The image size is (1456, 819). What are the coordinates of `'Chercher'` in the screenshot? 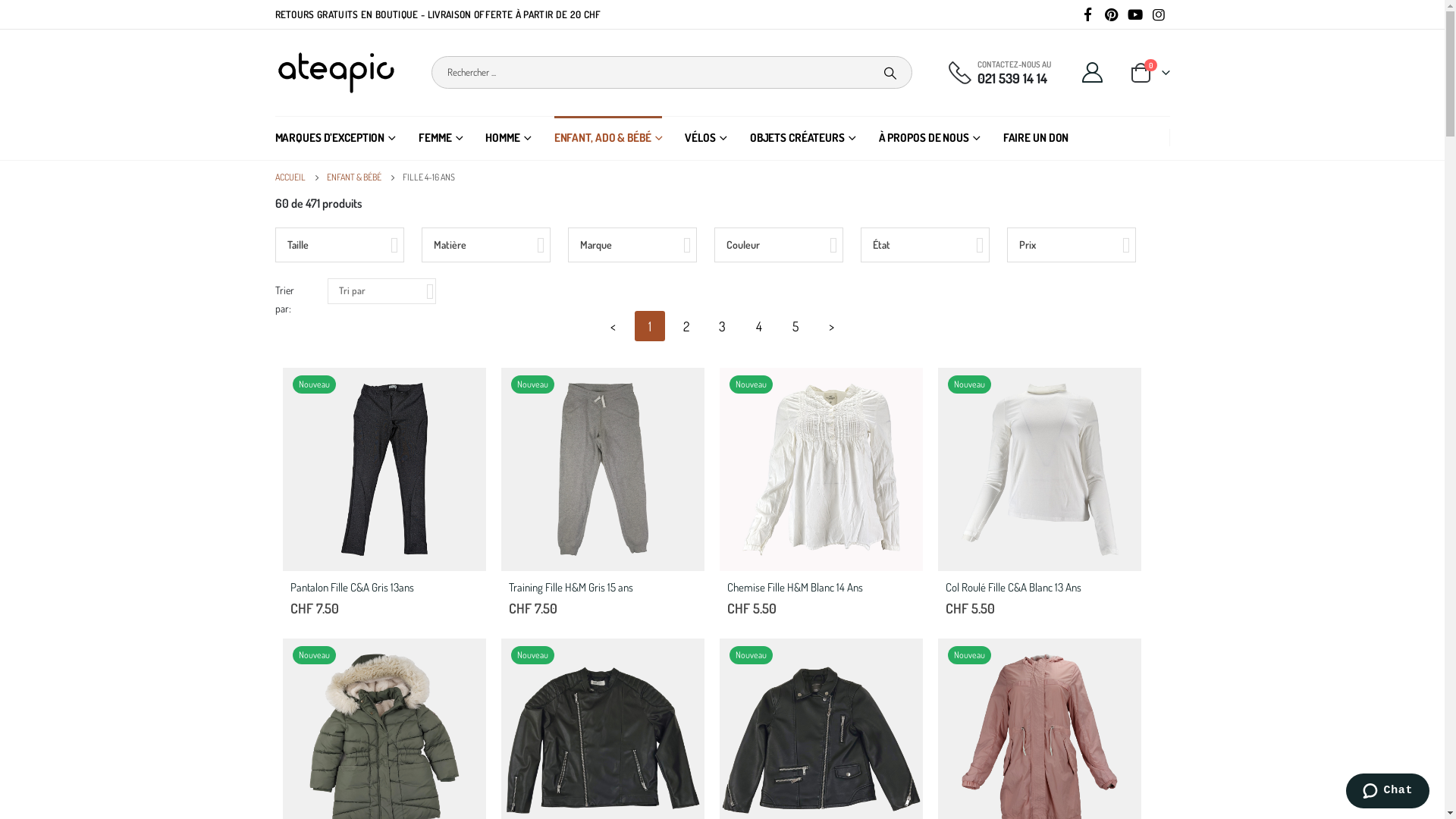 It's located at (890, 73).